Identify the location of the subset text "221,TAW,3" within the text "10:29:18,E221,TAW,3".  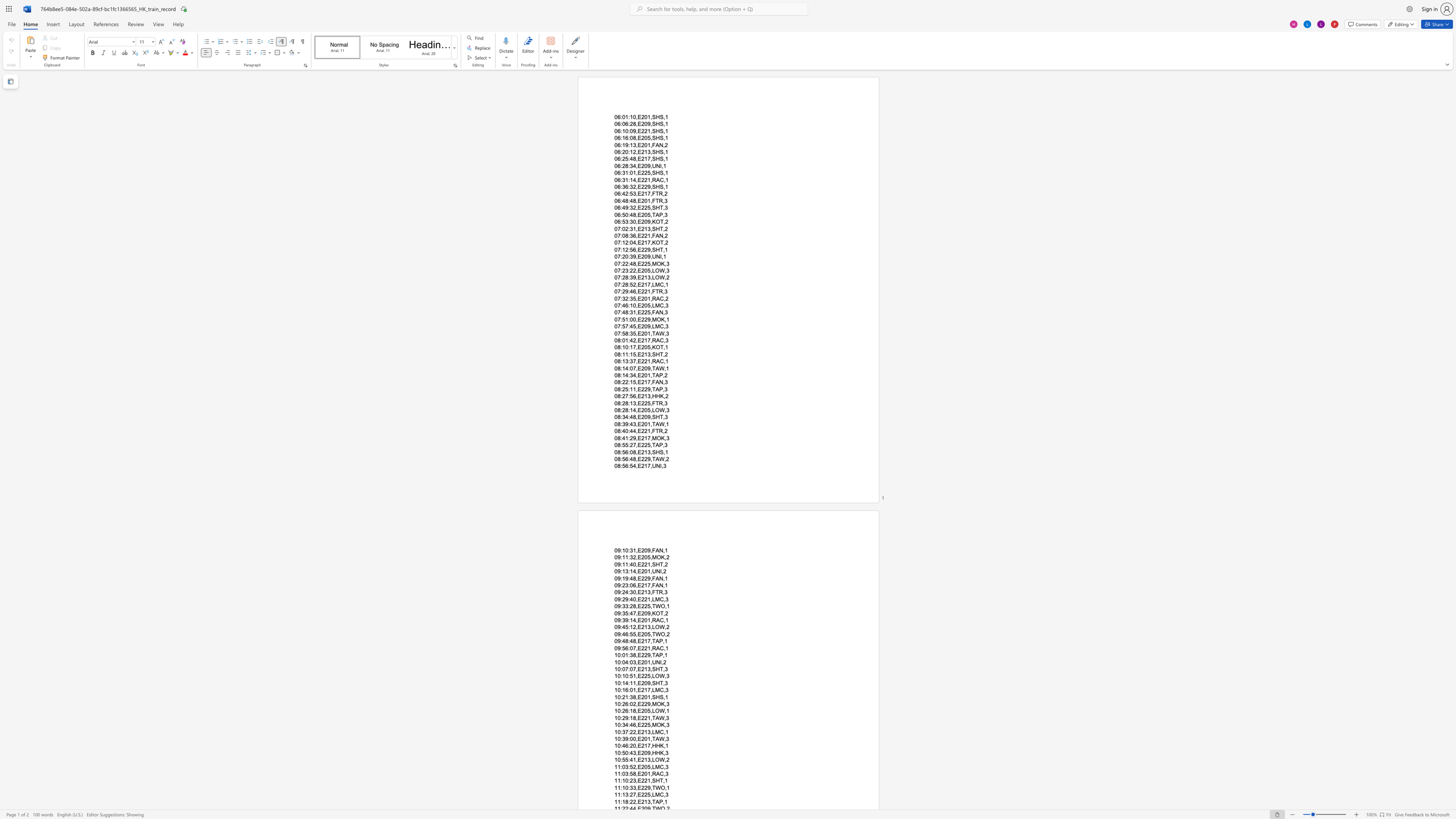
(640, 717).